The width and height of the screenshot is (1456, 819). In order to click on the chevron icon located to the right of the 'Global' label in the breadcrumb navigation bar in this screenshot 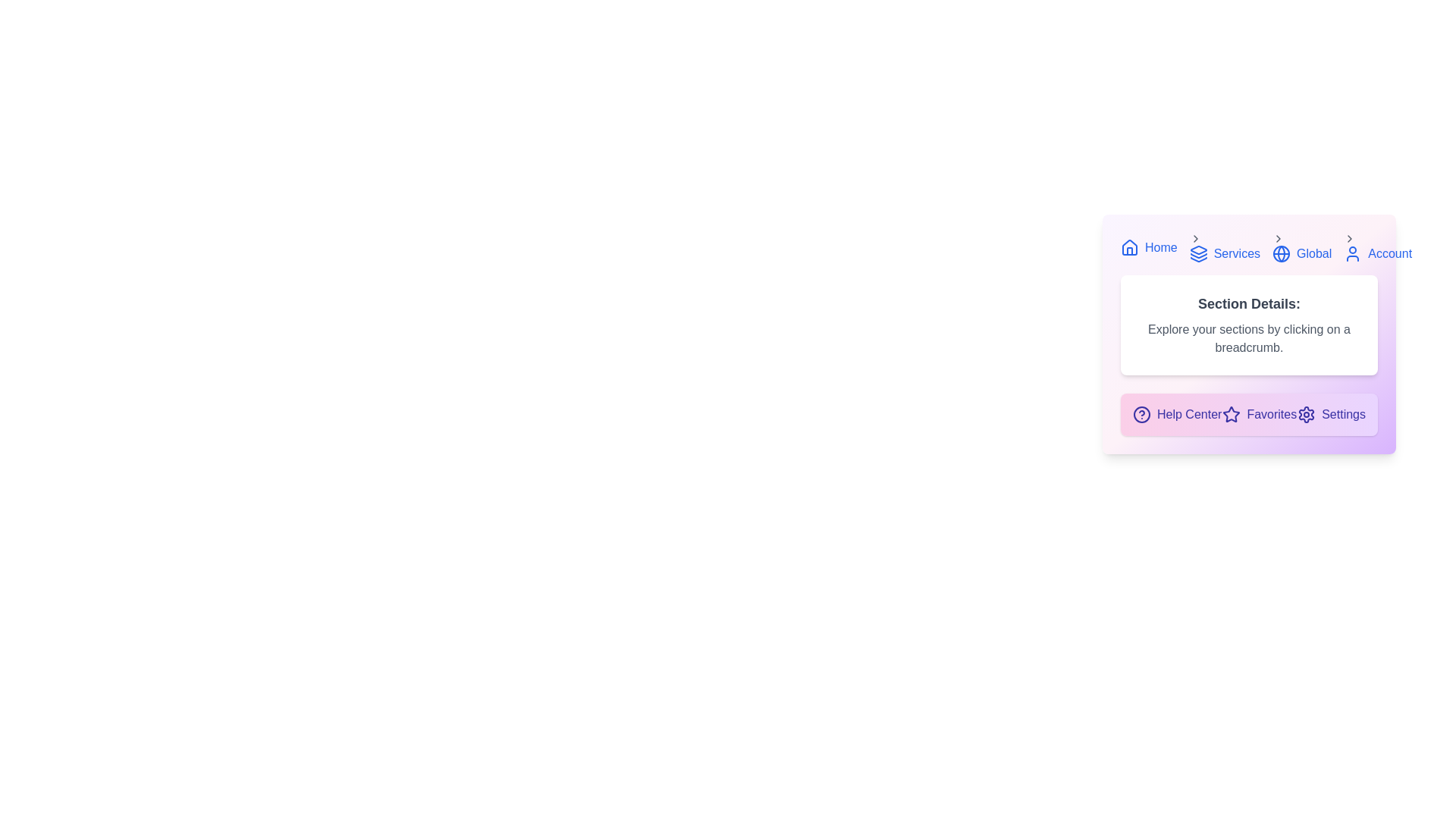, I will do `click(1278, 239)`.